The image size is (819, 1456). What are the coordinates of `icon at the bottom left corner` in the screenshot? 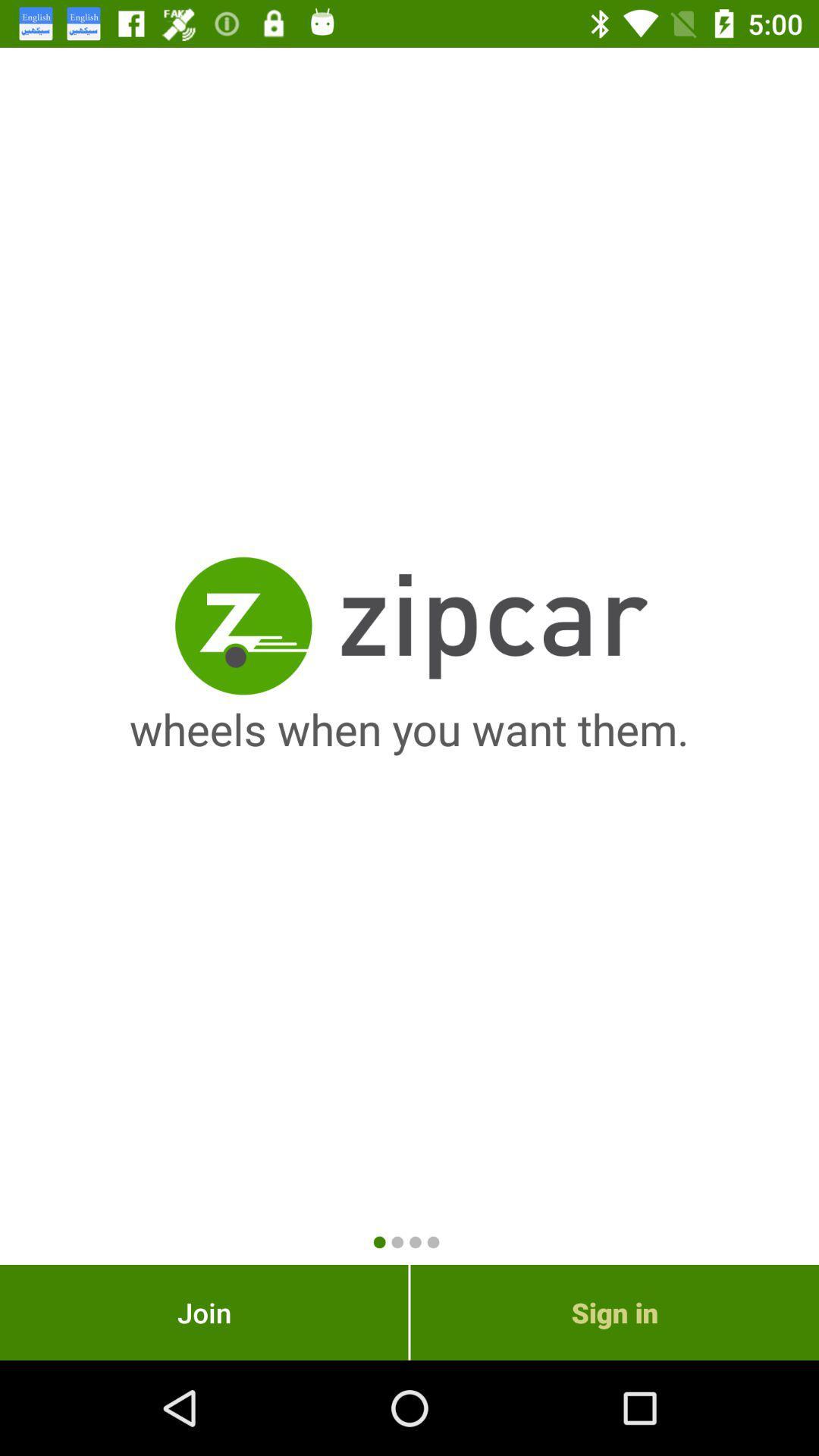 It's located at (203, 1312).